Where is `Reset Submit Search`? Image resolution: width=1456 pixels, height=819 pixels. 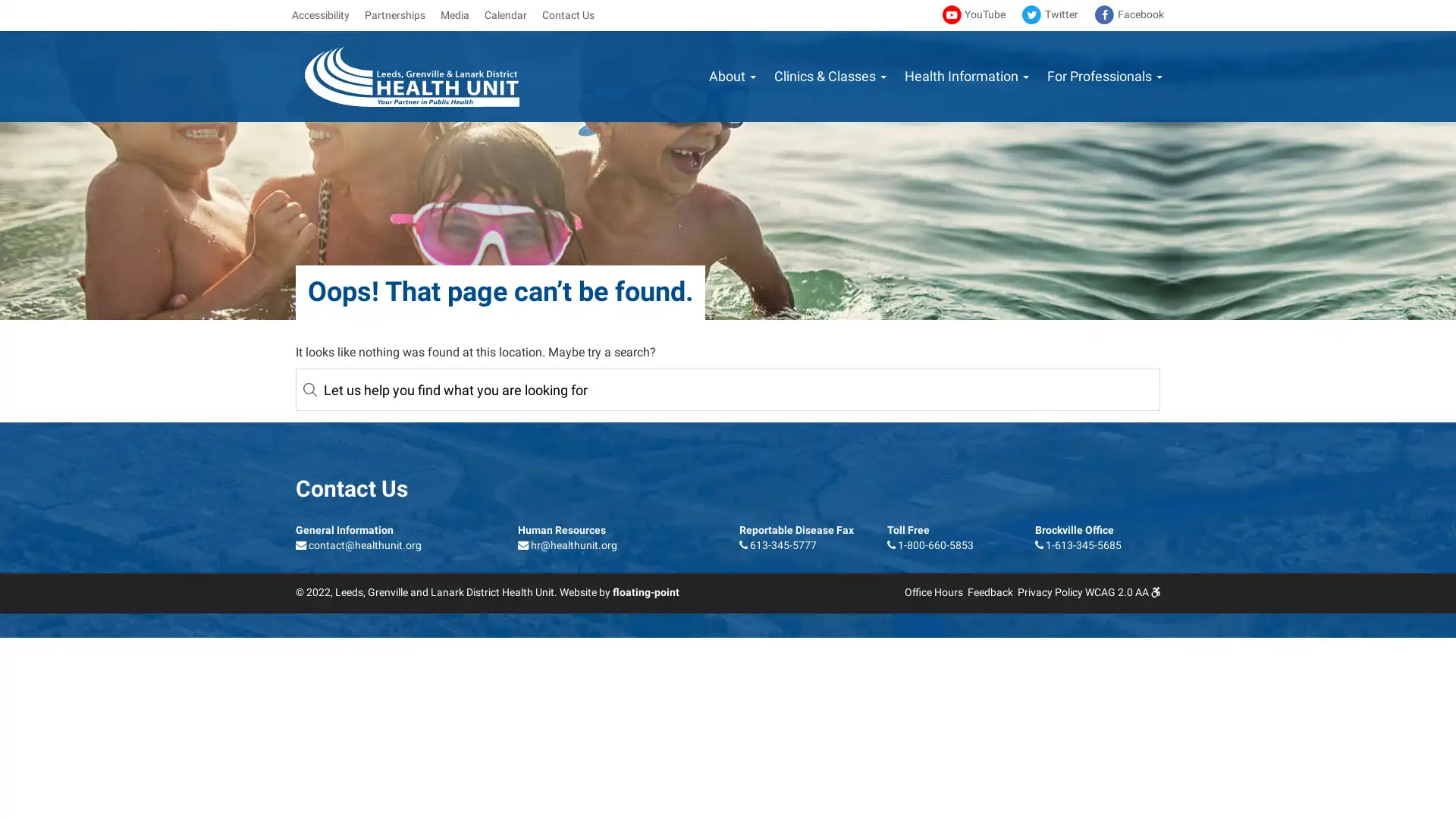 Reset Submit Search is located at coordinates (309, 388).